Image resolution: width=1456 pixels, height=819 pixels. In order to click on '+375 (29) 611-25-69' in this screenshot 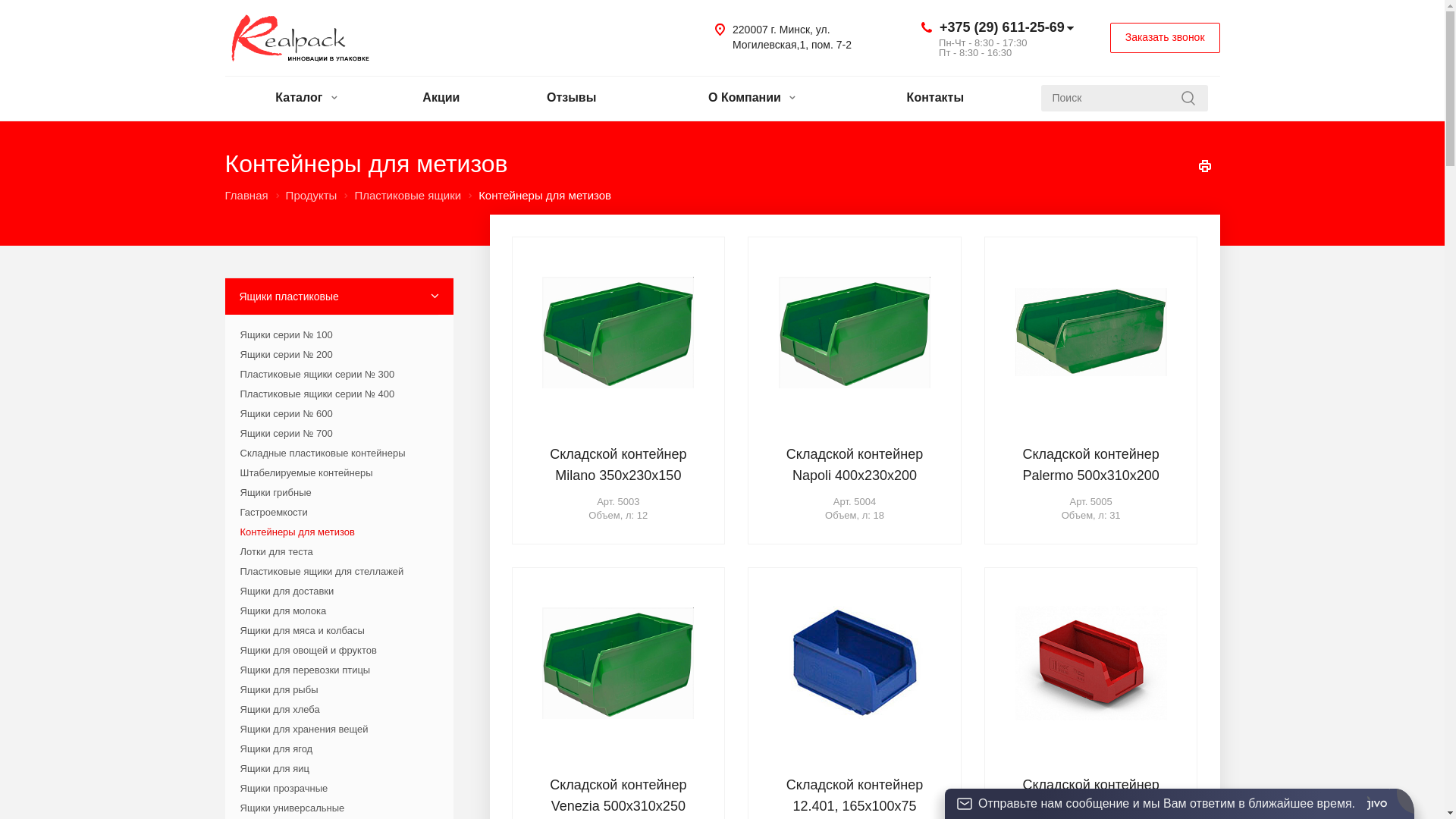, I will do `click(1002, 27)`.